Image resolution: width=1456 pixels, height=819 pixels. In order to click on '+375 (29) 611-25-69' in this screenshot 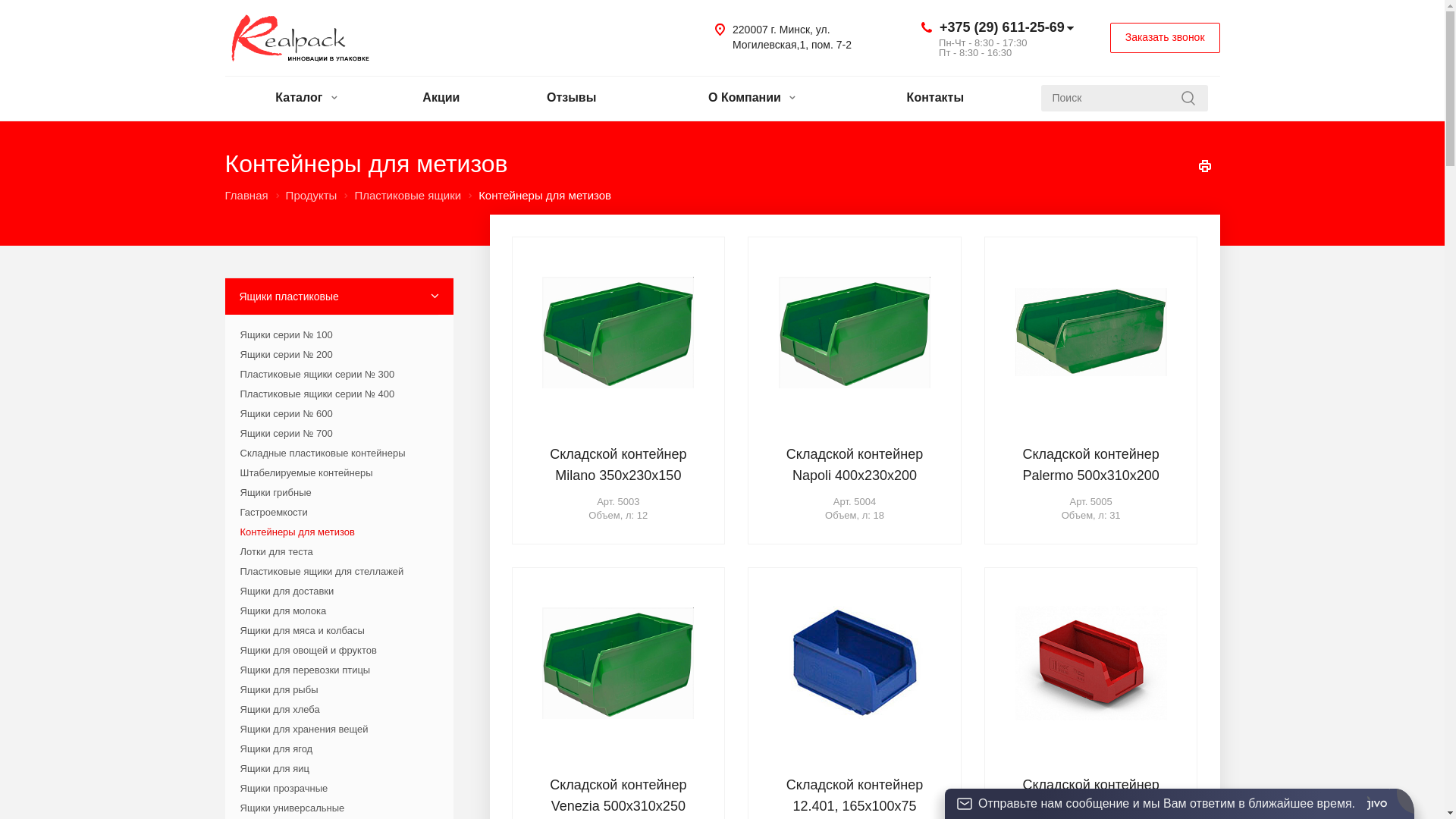, I will do `click(1002, 27)`.